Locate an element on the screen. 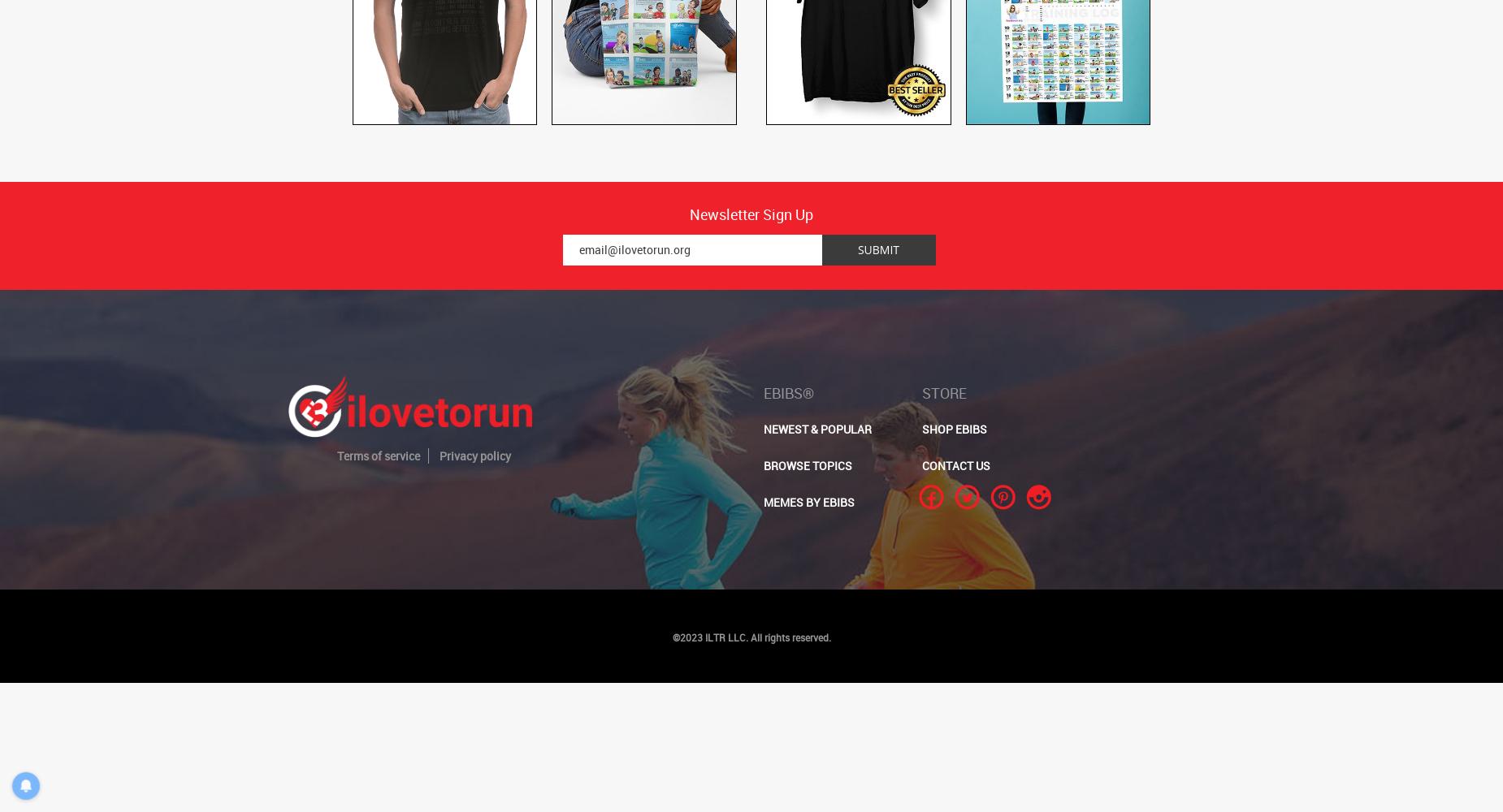 The width and height of the screenshot is (1503, 812). 'EBIBS®' is located at coordinates (788, 392).